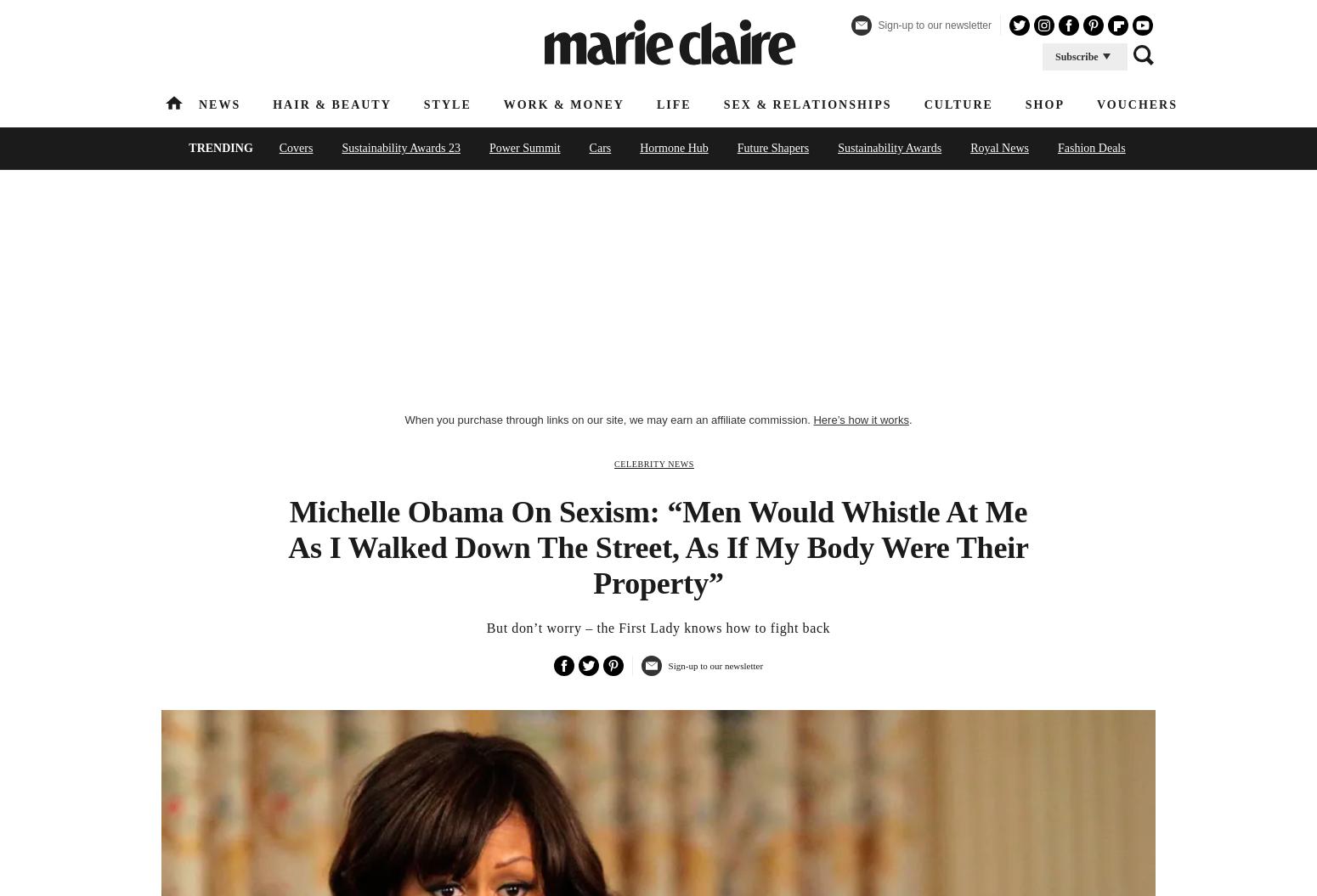 The width and height of the screenshot is (1317, 896). I want to click on '.', so click(908, 420).